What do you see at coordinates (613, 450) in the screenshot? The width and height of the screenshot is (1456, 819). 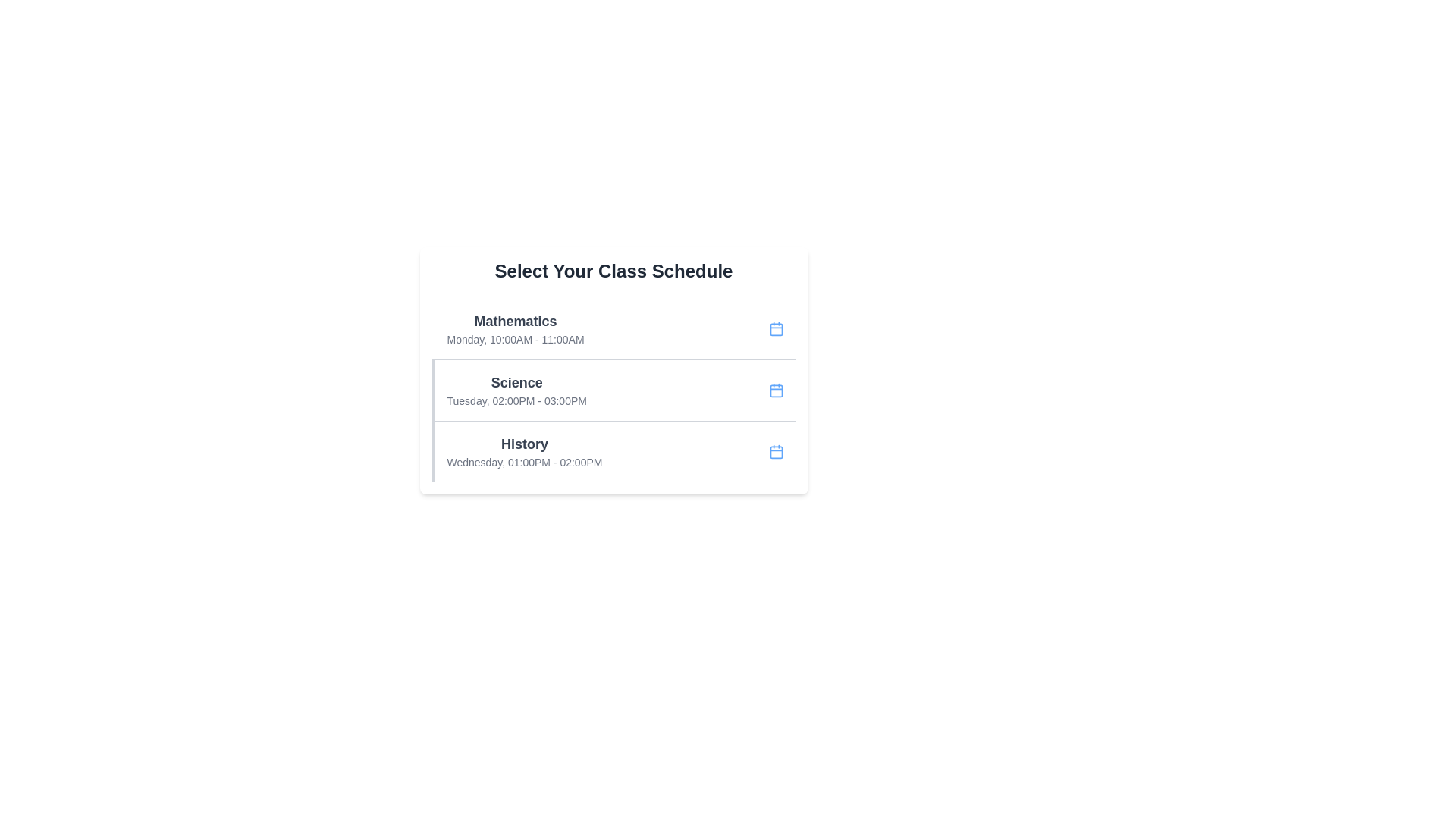 I see `displayed information from the List Item or Schedule Block that contains the event 'History' with the date and time 'Wednesday, 01:00PM - 02:00PM'` at bounding box center [613, 450].